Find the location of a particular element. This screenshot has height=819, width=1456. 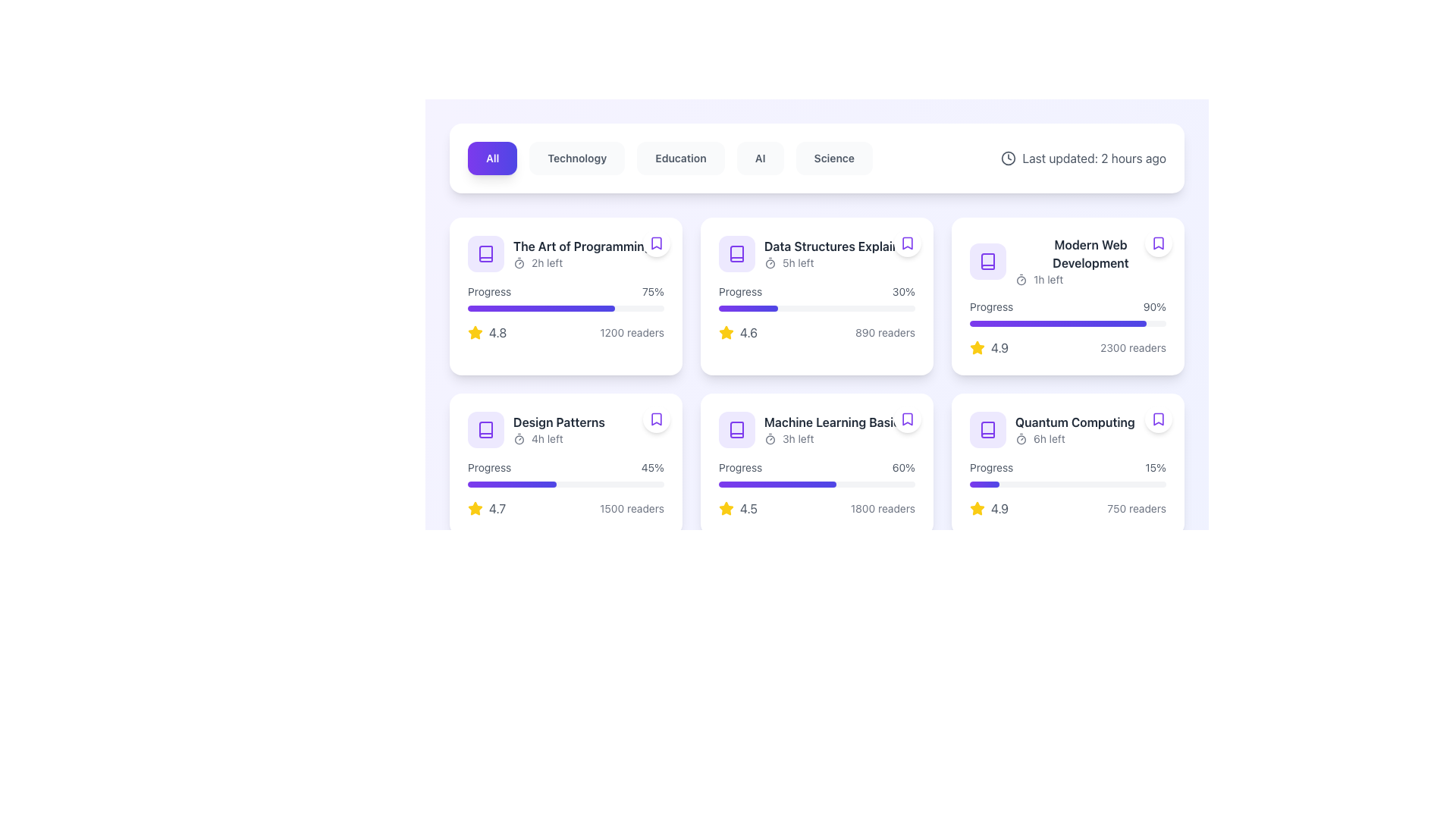

the circular bookmark icon button located in the top-right corner of the 'Design Patterns' card is located at coordinates (656, 419).